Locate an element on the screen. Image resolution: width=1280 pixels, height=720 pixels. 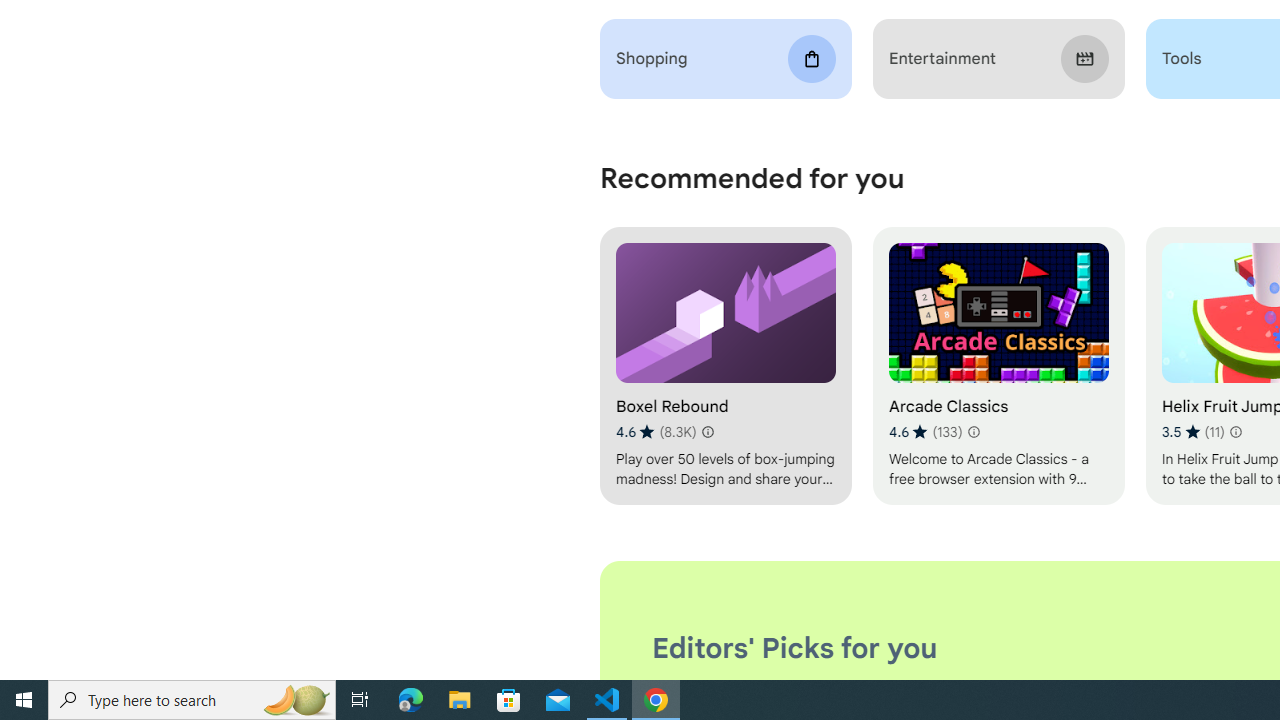
'Arcade Classics' is located at coordinates (998, 366).